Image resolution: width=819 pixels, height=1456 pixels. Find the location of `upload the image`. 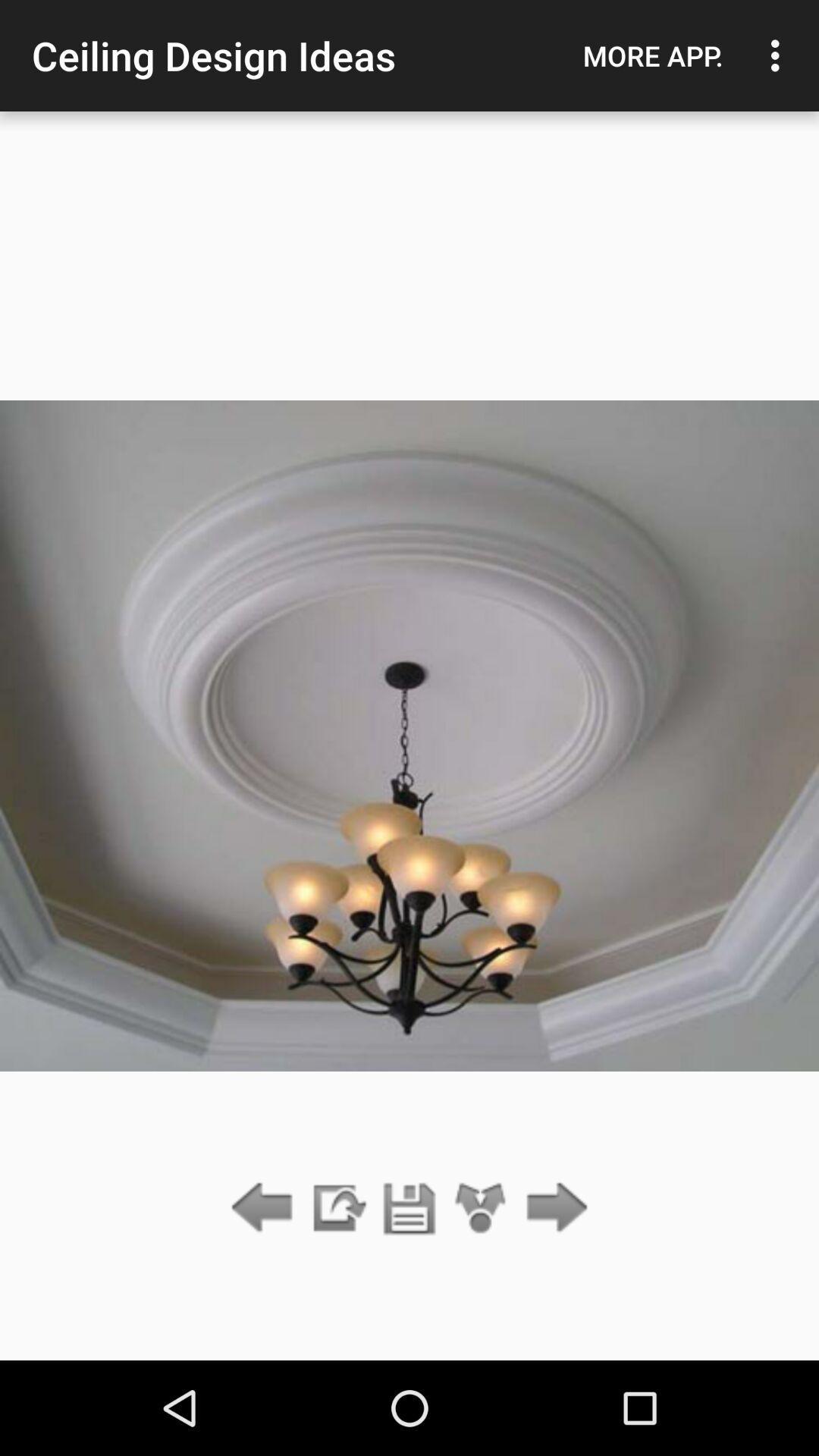

upload the image is located at coordinates (337, 1208).